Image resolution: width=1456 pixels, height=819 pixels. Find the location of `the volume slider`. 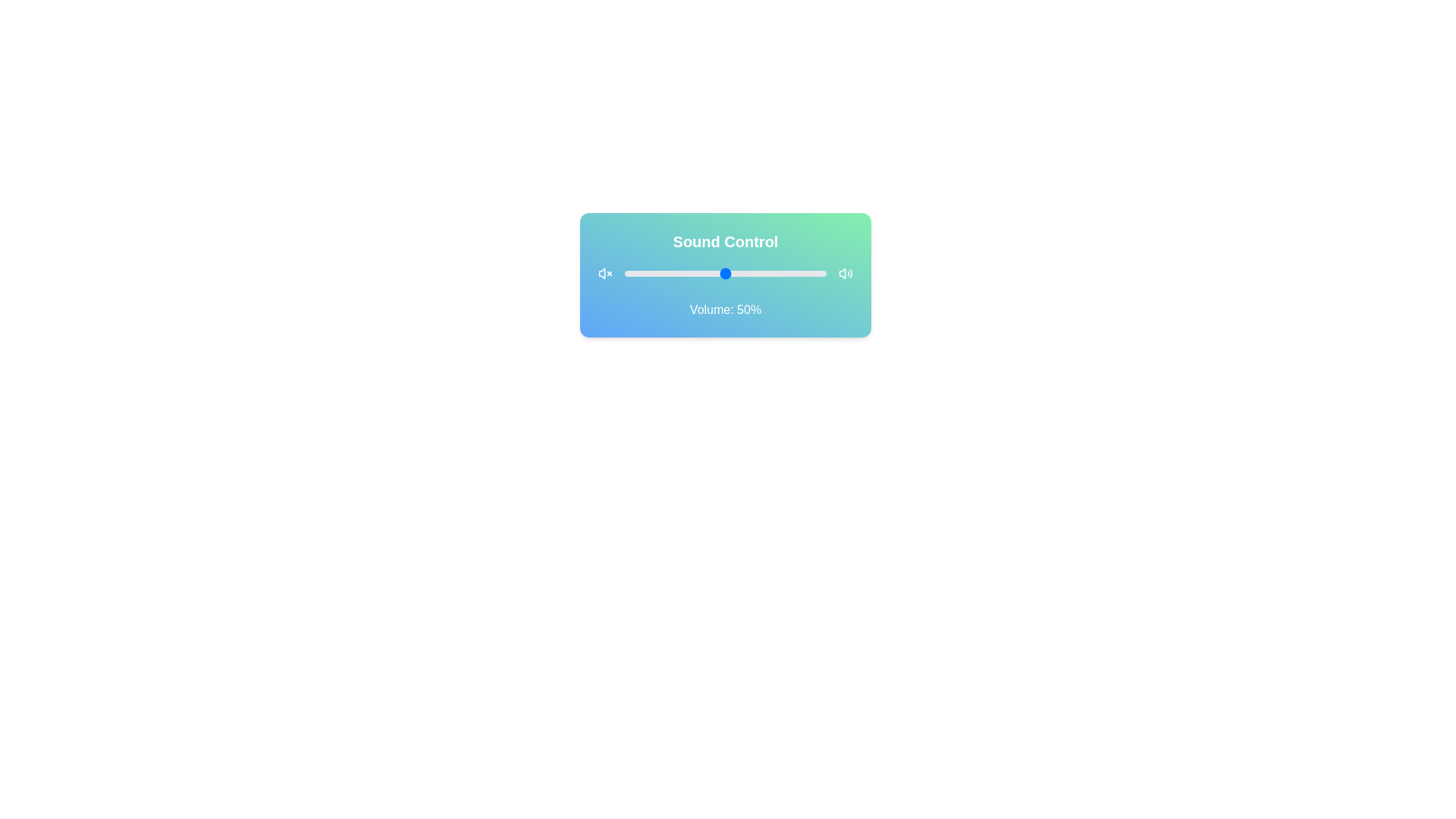

the volume slider is located at coordinates (651, 274).